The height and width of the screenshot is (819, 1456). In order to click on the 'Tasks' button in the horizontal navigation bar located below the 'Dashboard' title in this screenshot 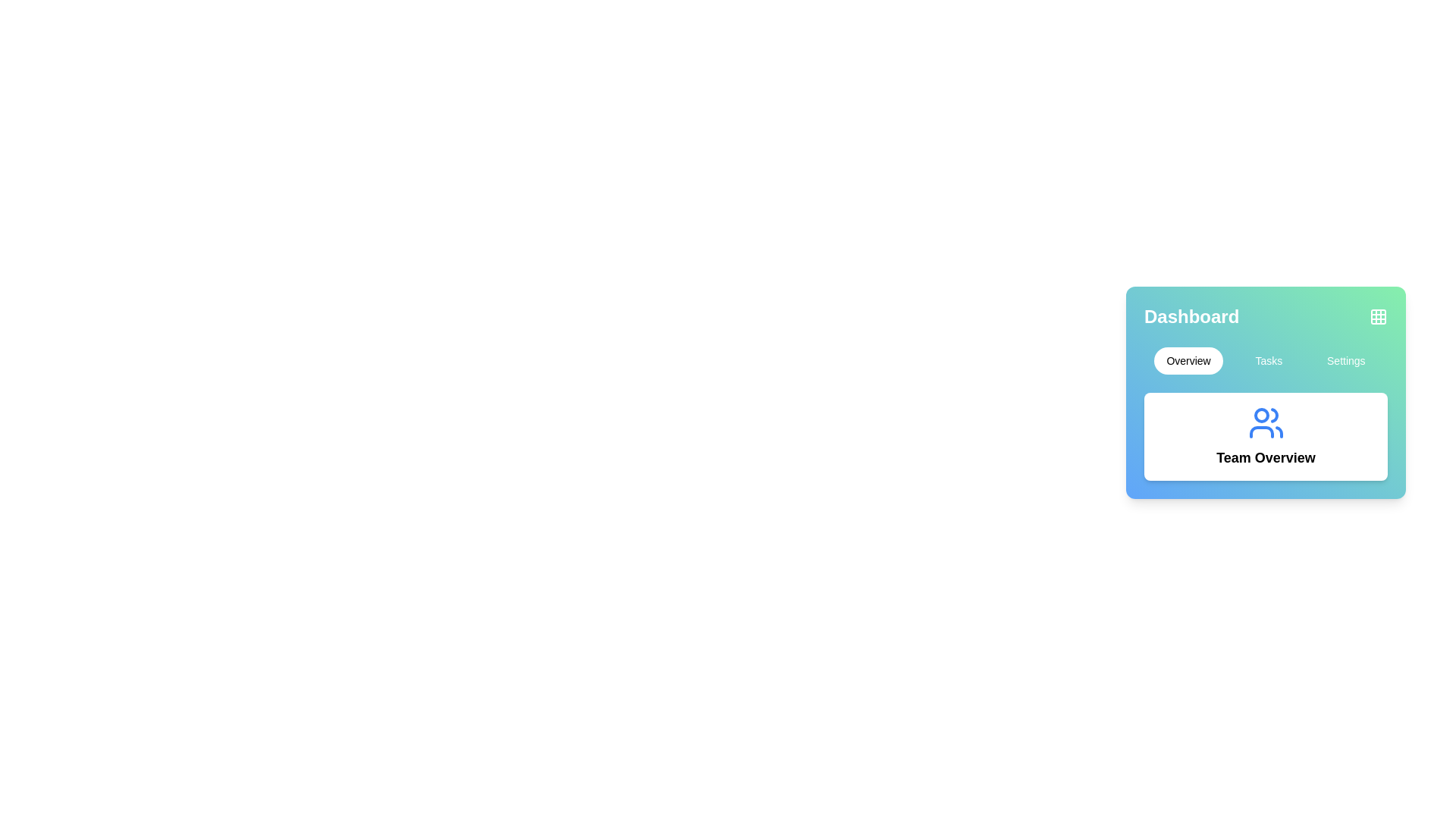, I will do `click(1266, 360)`.